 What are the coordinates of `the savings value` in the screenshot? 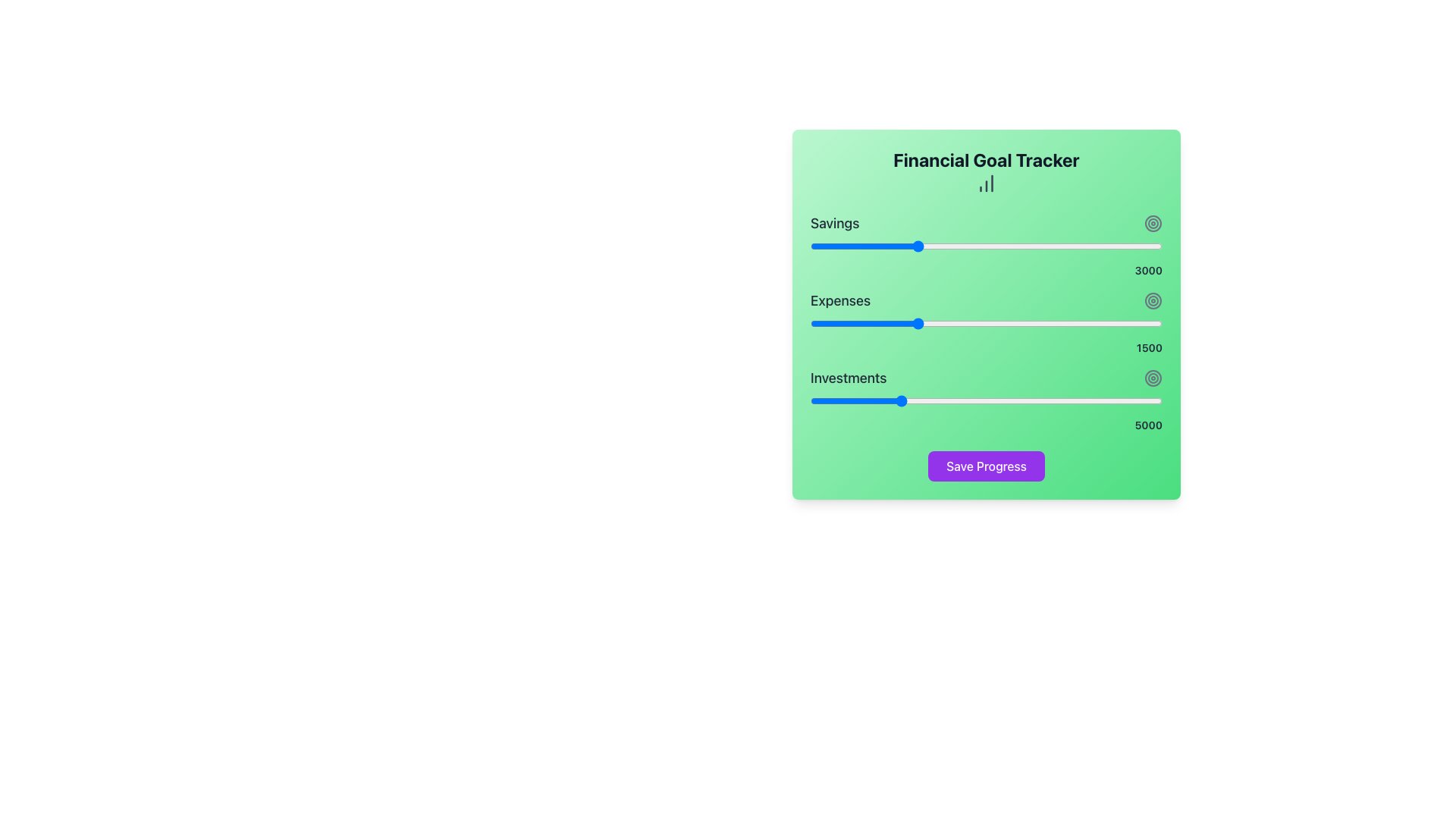 It's located at (874, 245).